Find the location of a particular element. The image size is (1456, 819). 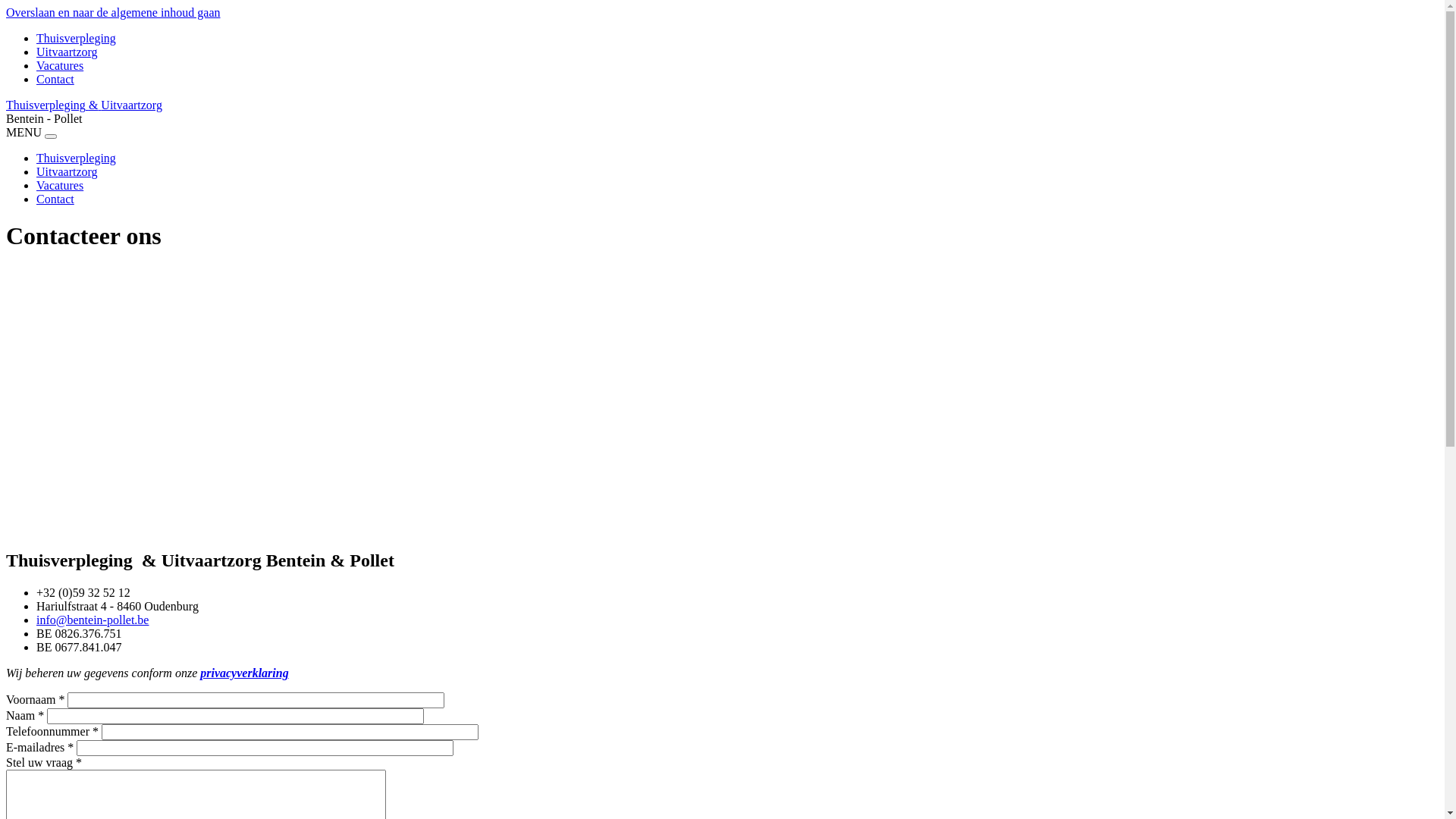

'Thuisverpleging & Uitvaartzorg' is located at coordinates (6, 104).